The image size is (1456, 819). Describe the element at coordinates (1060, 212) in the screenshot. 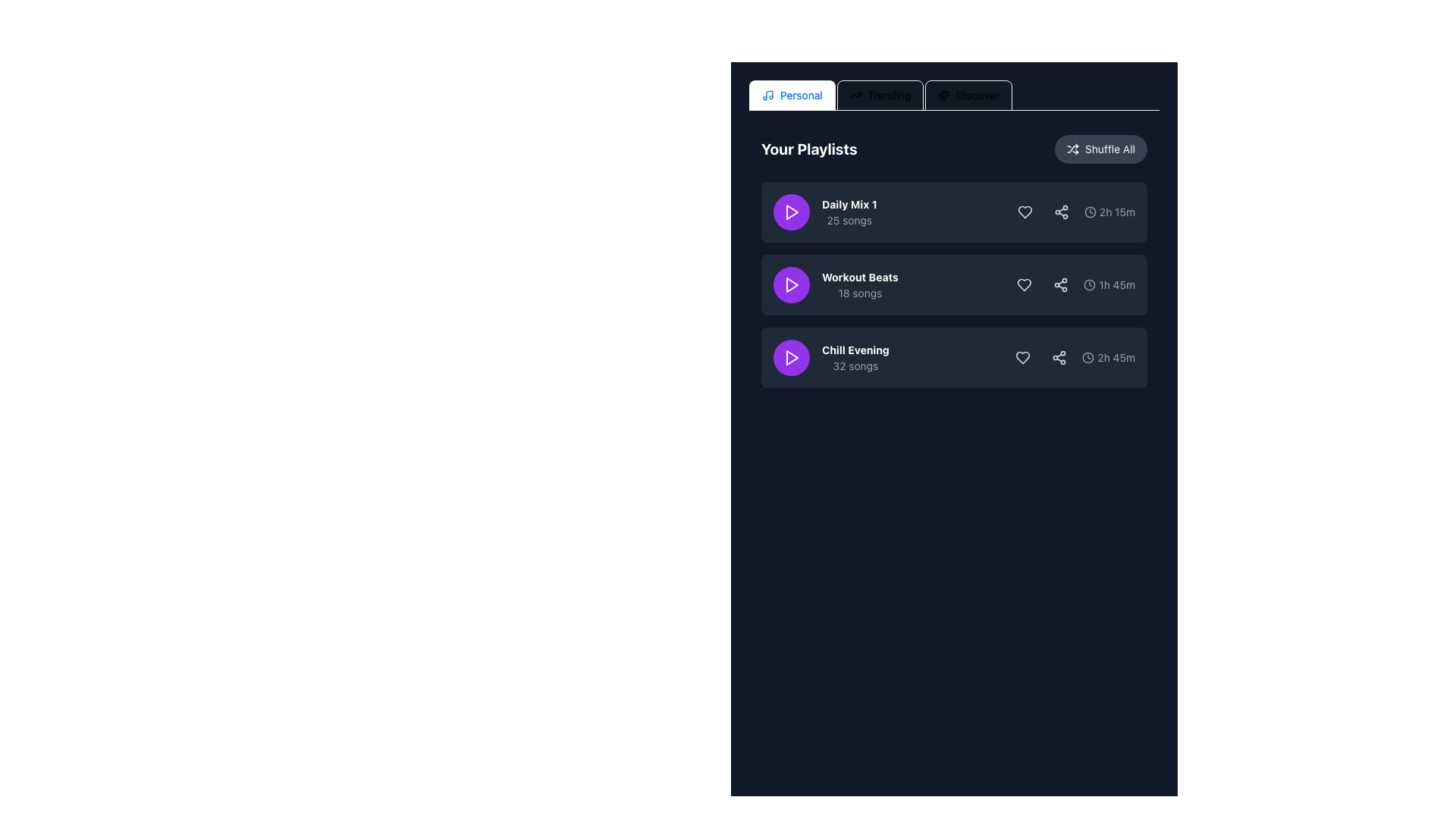

I see `the circular share button located inside the 'Daily Mix 1' playlist item to observe the styling change` at that location.